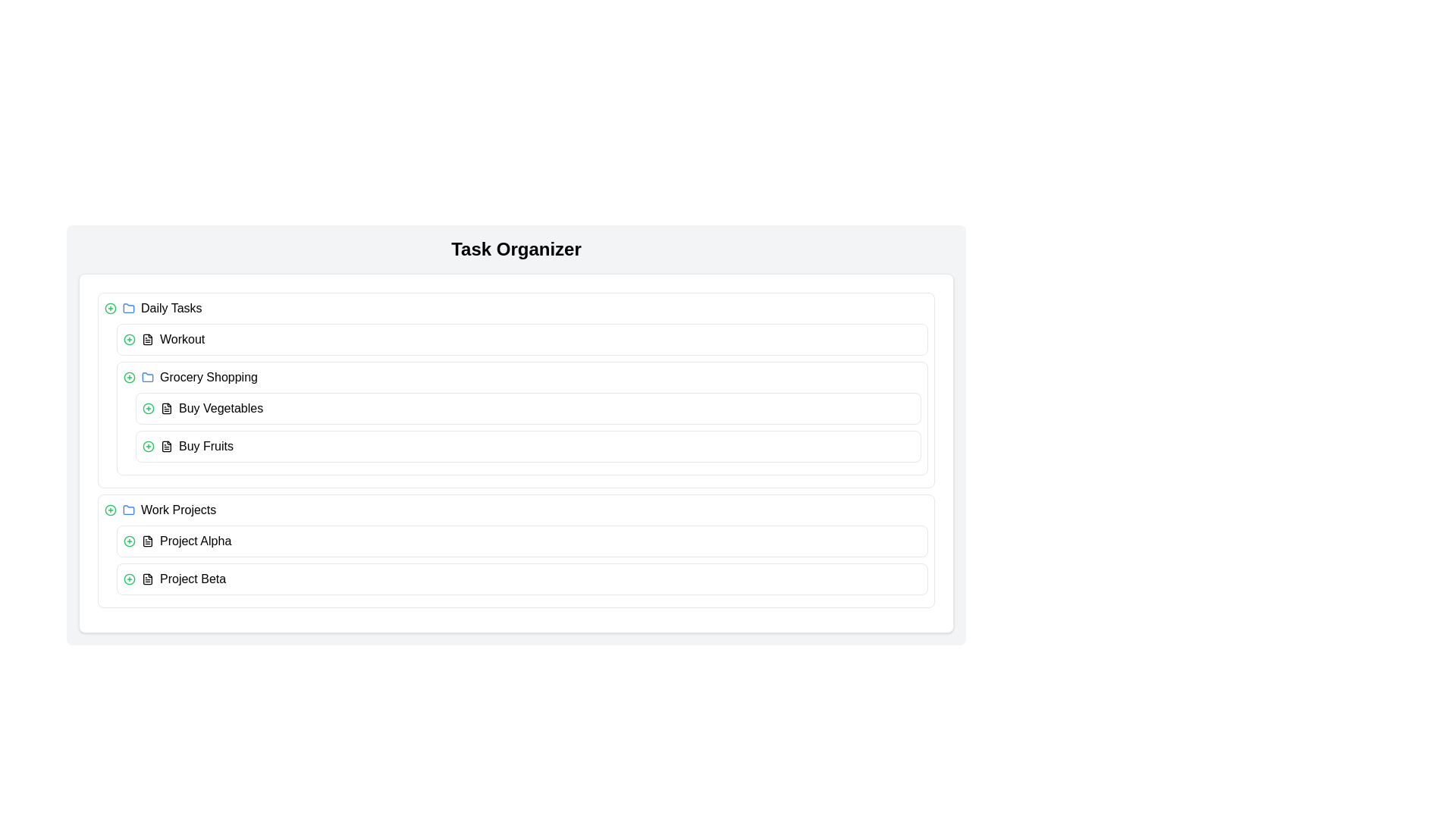  I want to click on the circular icon representing a plus sign, which is part of the interactive feature for adding items next to the 'Grocery Shopping' category, so click(130, 376).